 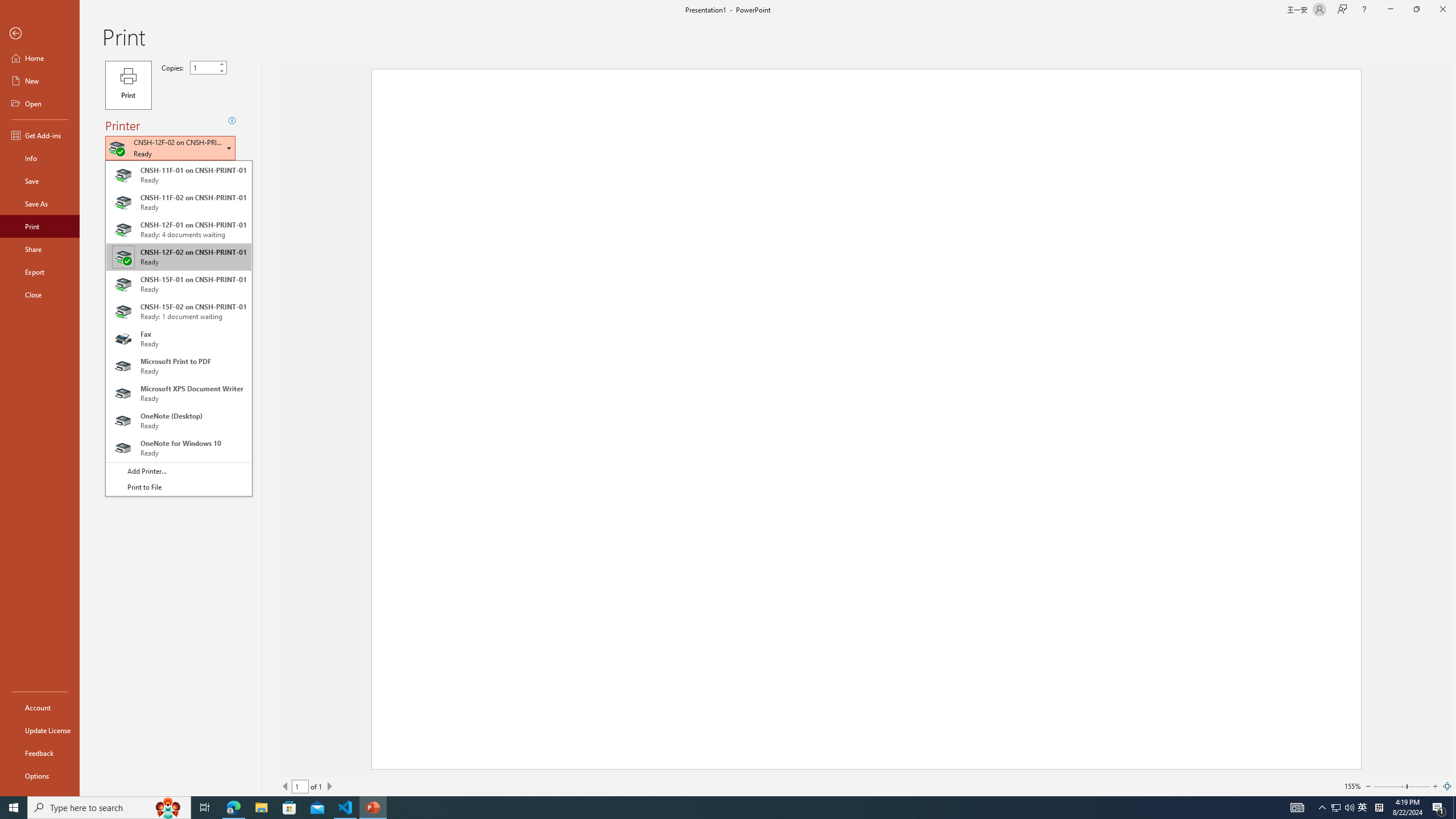 What do you see at coordinates (39, 80) in the screenshot?
I see `'New'` at bounding box center [39, 80].